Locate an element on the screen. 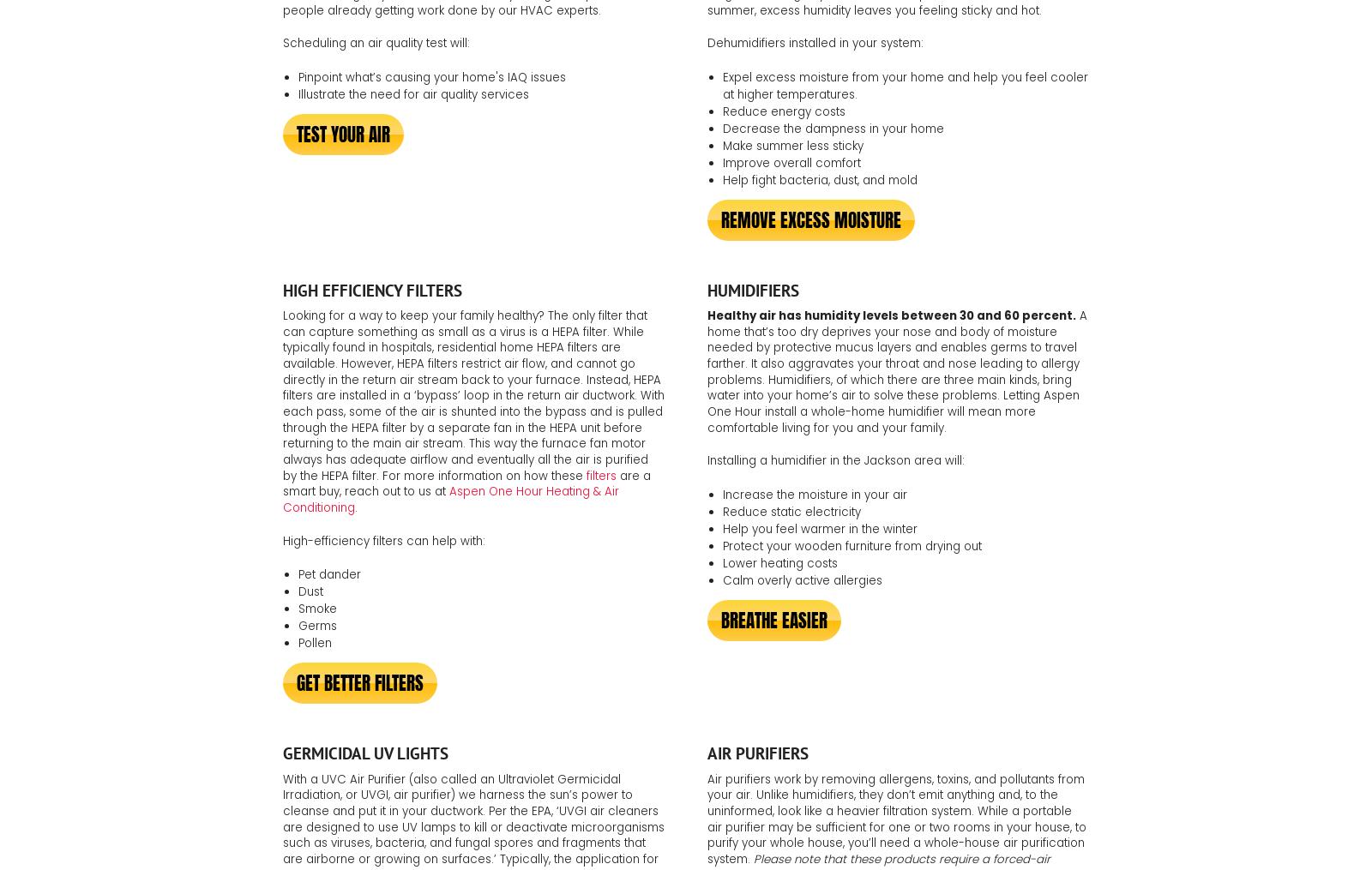 The height and width of the screenshot is (870, 1372). 'Humidifiers' is located at coordinates (752, 290).